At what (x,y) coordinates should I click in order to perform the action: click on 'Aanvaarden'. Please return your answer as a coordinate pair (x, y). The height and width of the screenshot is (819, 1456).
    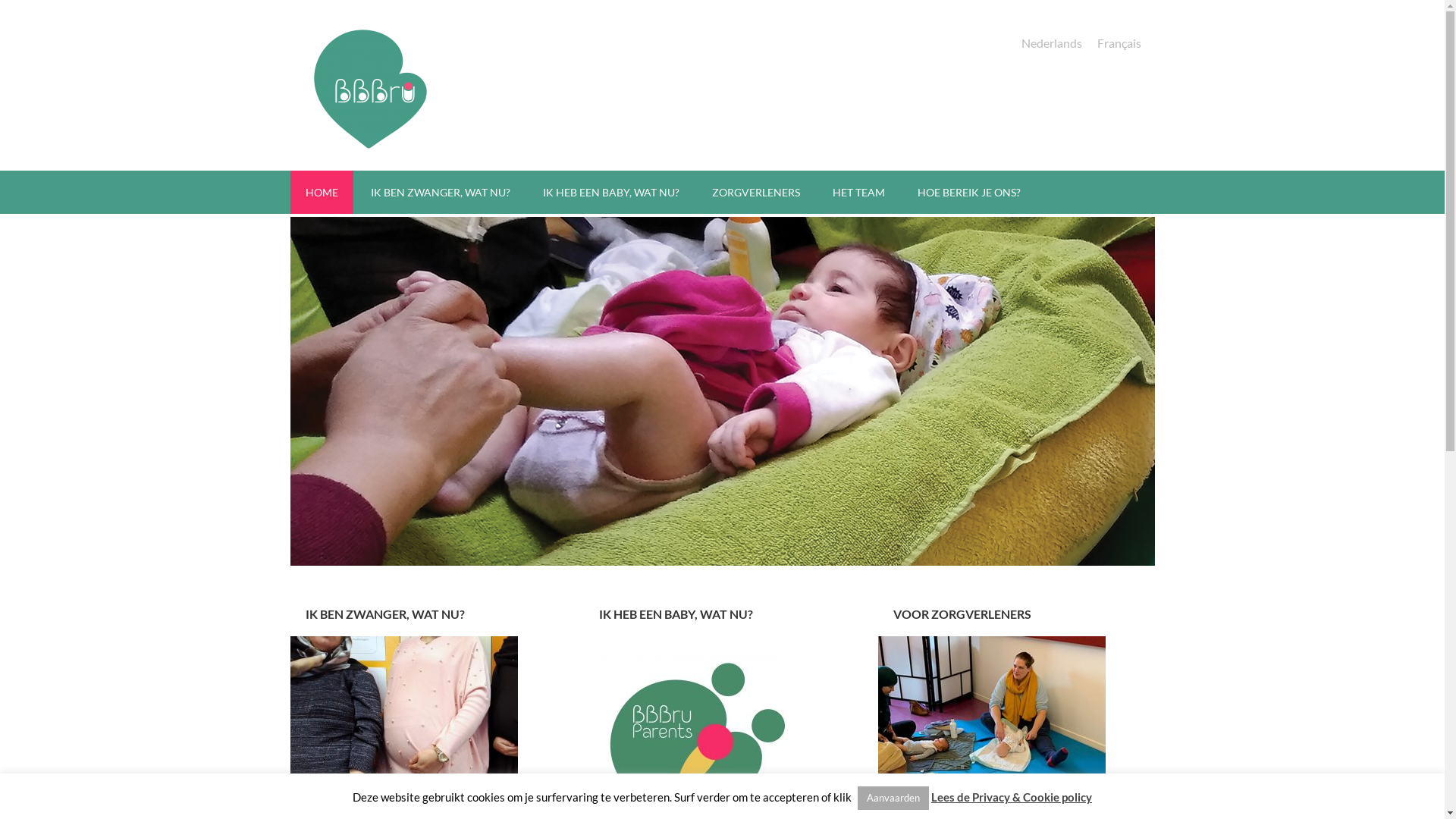
    Looking at the image, I should click on (893, 797).